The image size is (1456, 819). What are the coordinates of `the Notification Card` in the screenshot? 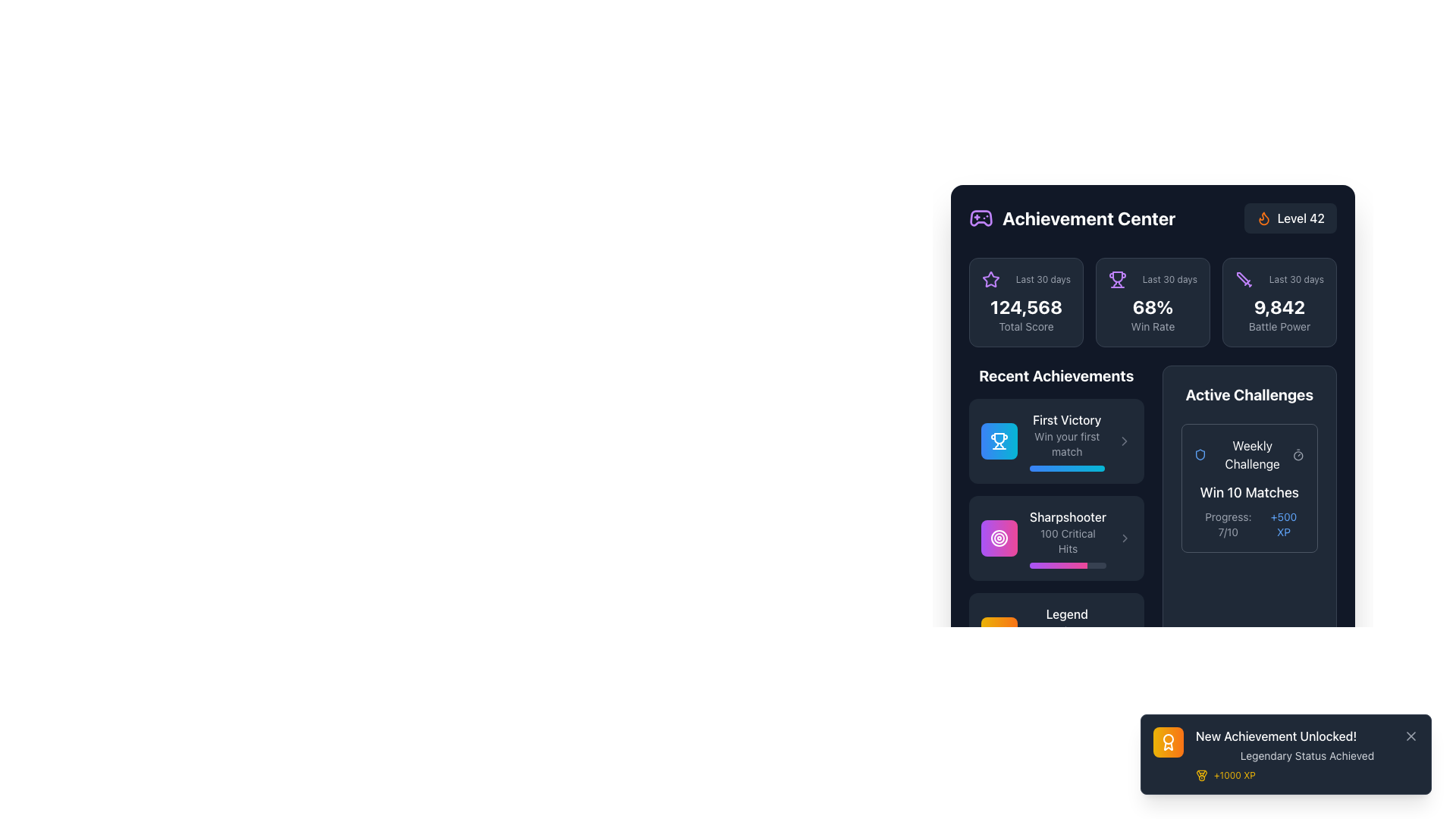 It's located at (1285, 755).